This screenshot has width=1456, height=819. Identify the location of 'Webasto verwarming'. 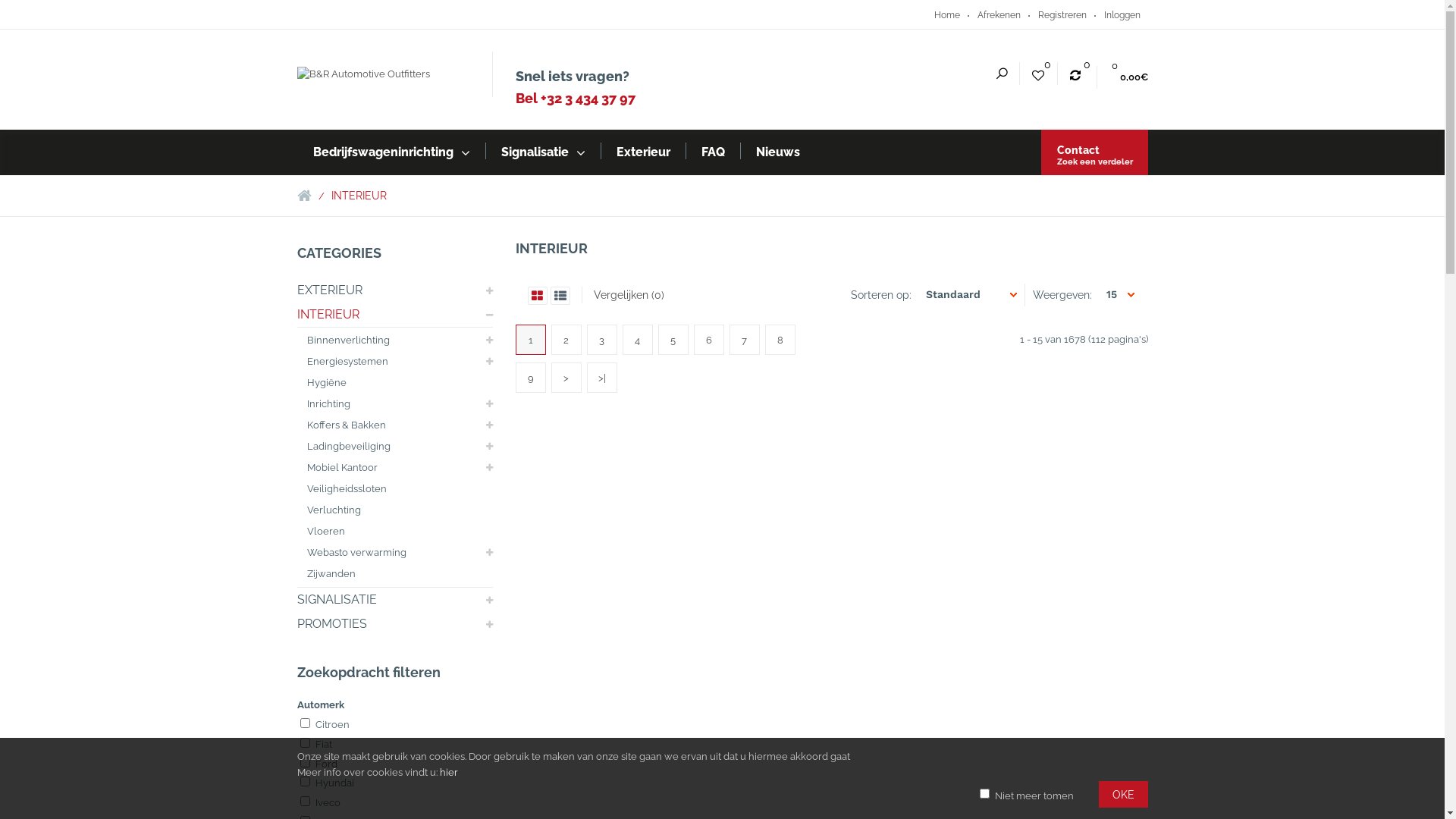
(355, 553).